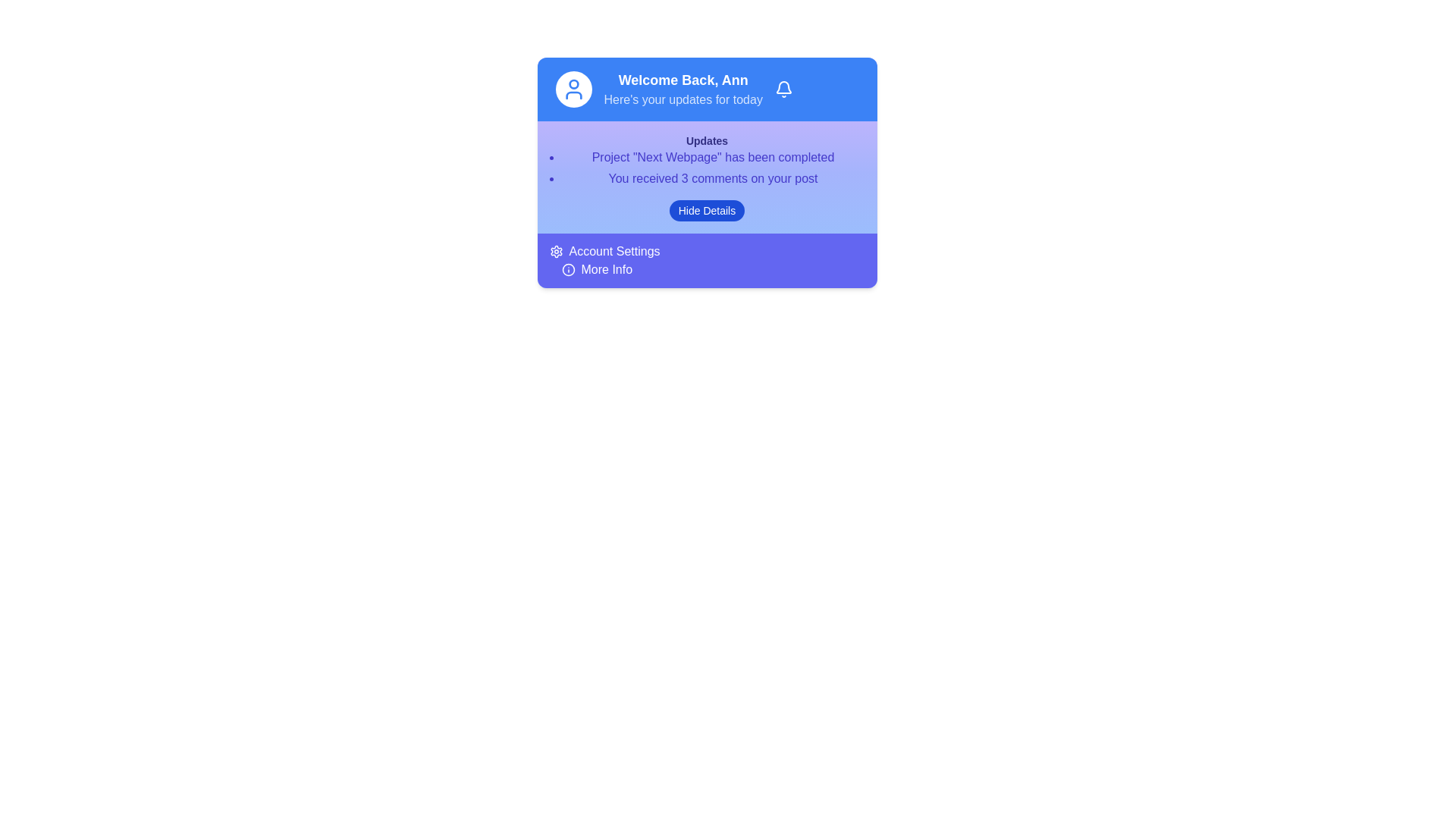  Describe the element at coordinates (712, 158) in the screenshot. I see `notification text from the Text block that provides an update about the completion of the 'Next Webpage' project, which is positioned below the 'Updates' heading` at that location.